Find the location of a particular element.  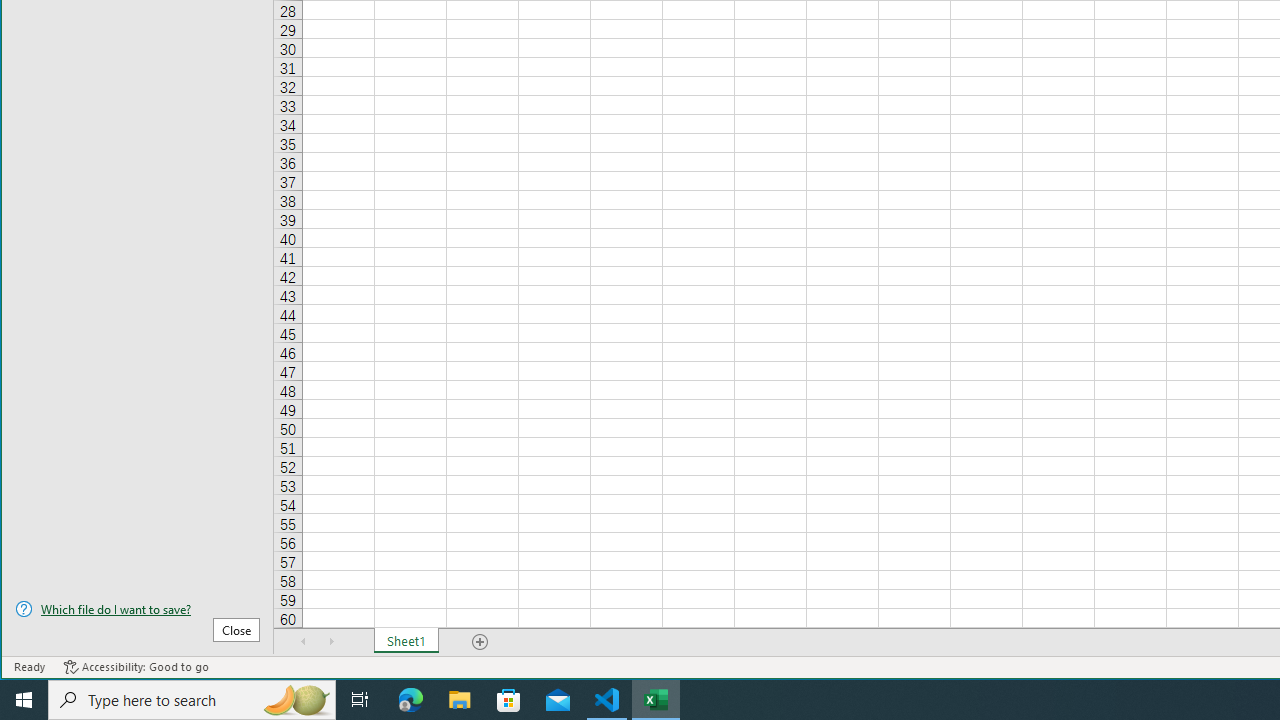

'Microsoft Edge' is located at coordinates (410, 698).